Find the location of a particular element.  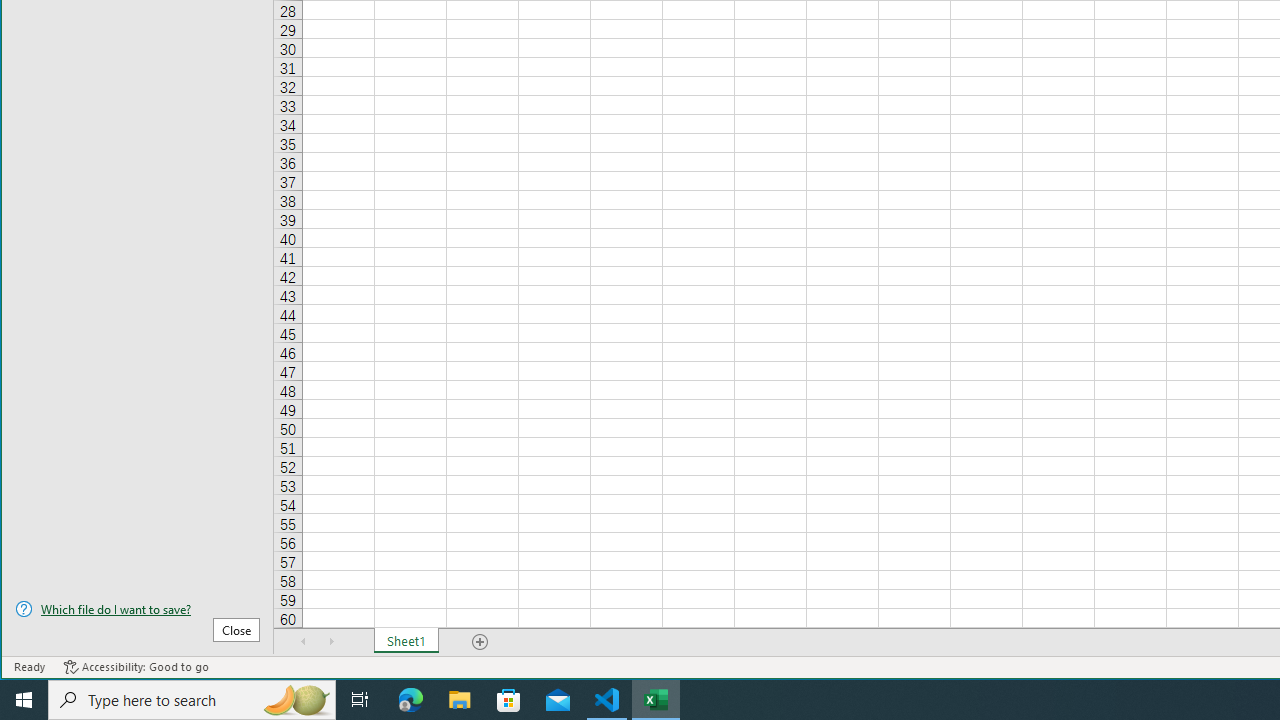

'Microsoft Edge' is located at coordinates (410, 698).